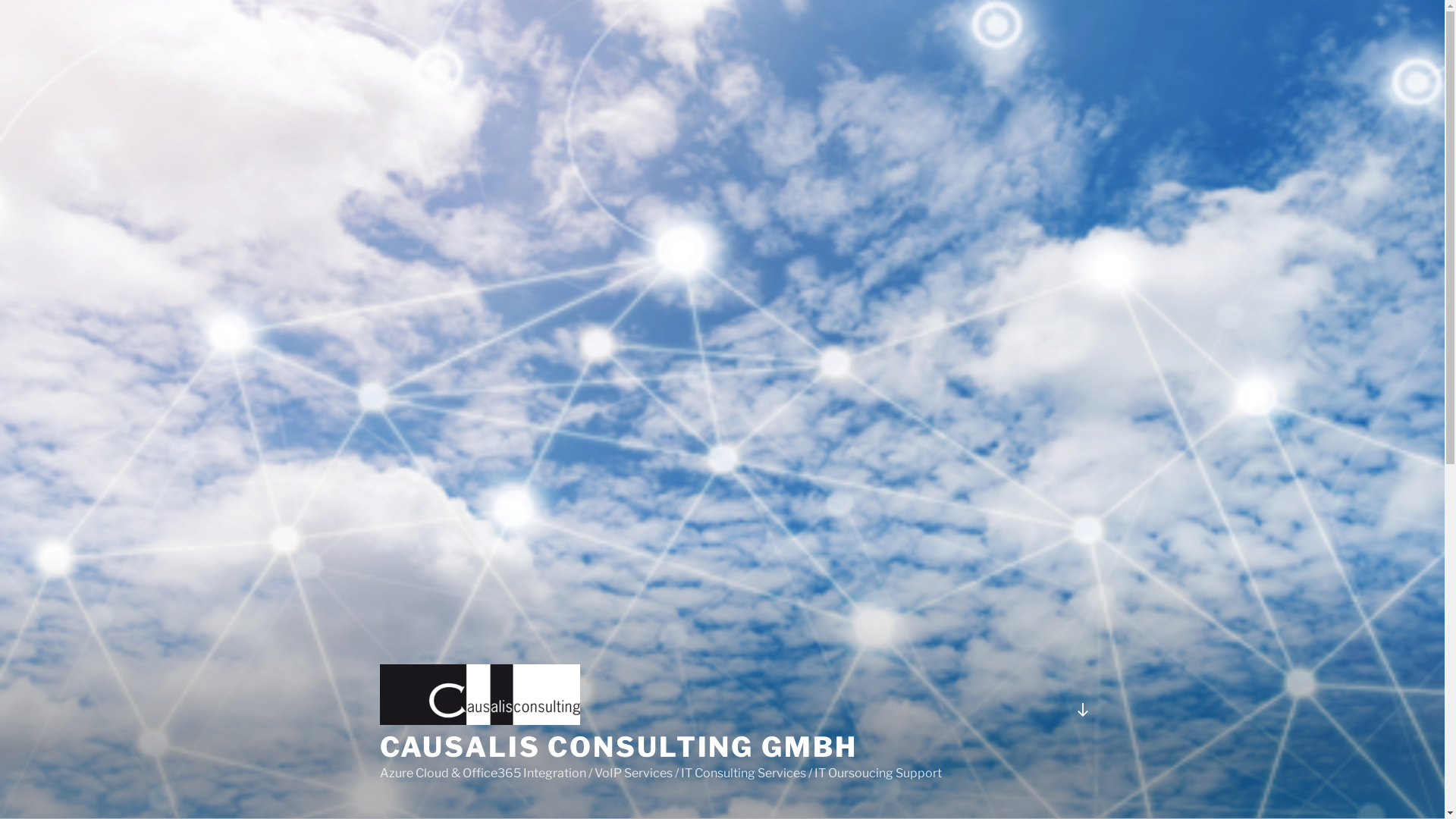 The width and height of the screenshot is (1456, 819). I want to click on 'Zum Inhalt nach unten scrollen', so click(1081, 710).